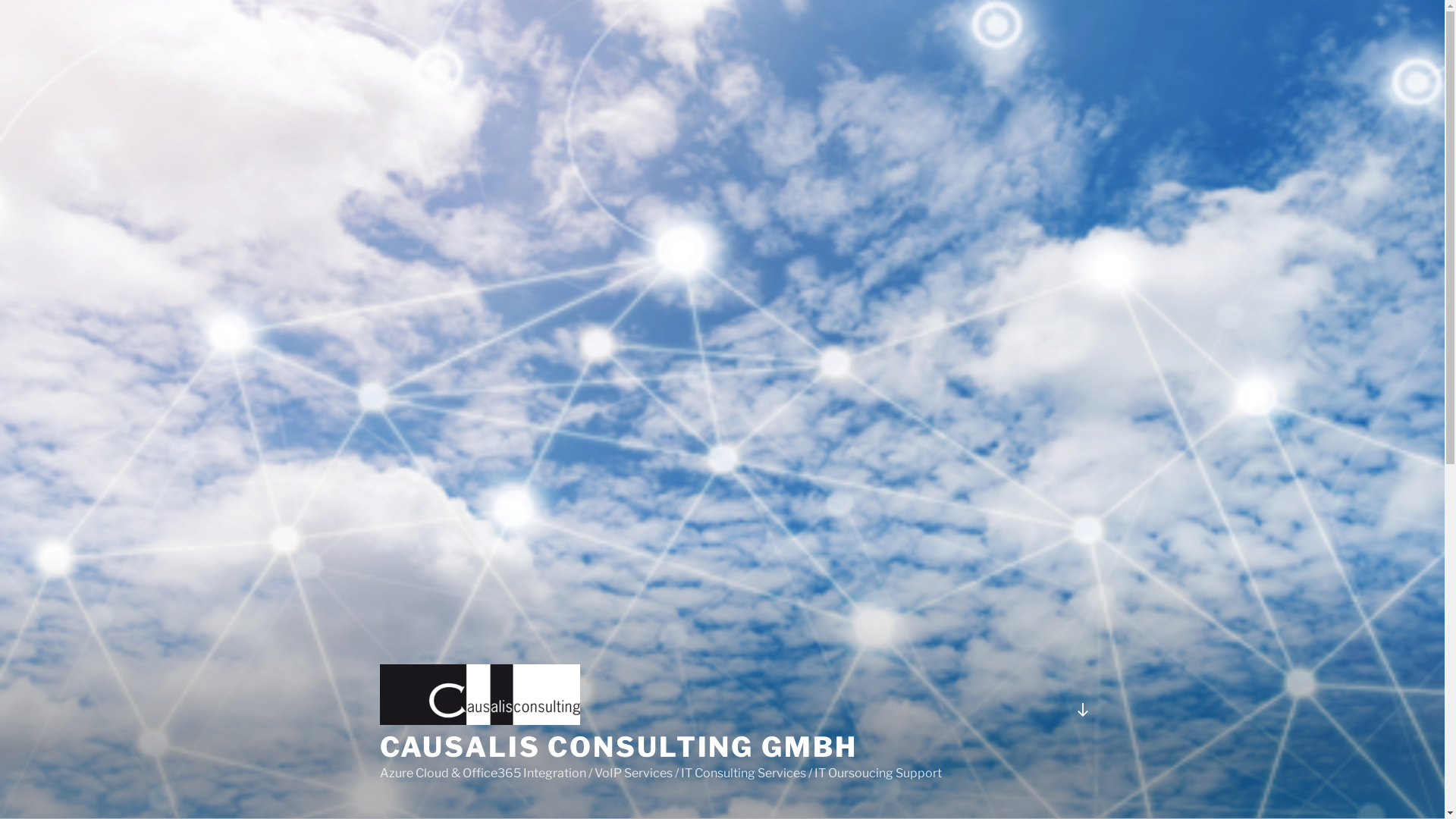 The width and height of the screenshot is (1456, 819). I want to click on 'Zum Inhalt nach unten scrollen', so click(1081, 710).